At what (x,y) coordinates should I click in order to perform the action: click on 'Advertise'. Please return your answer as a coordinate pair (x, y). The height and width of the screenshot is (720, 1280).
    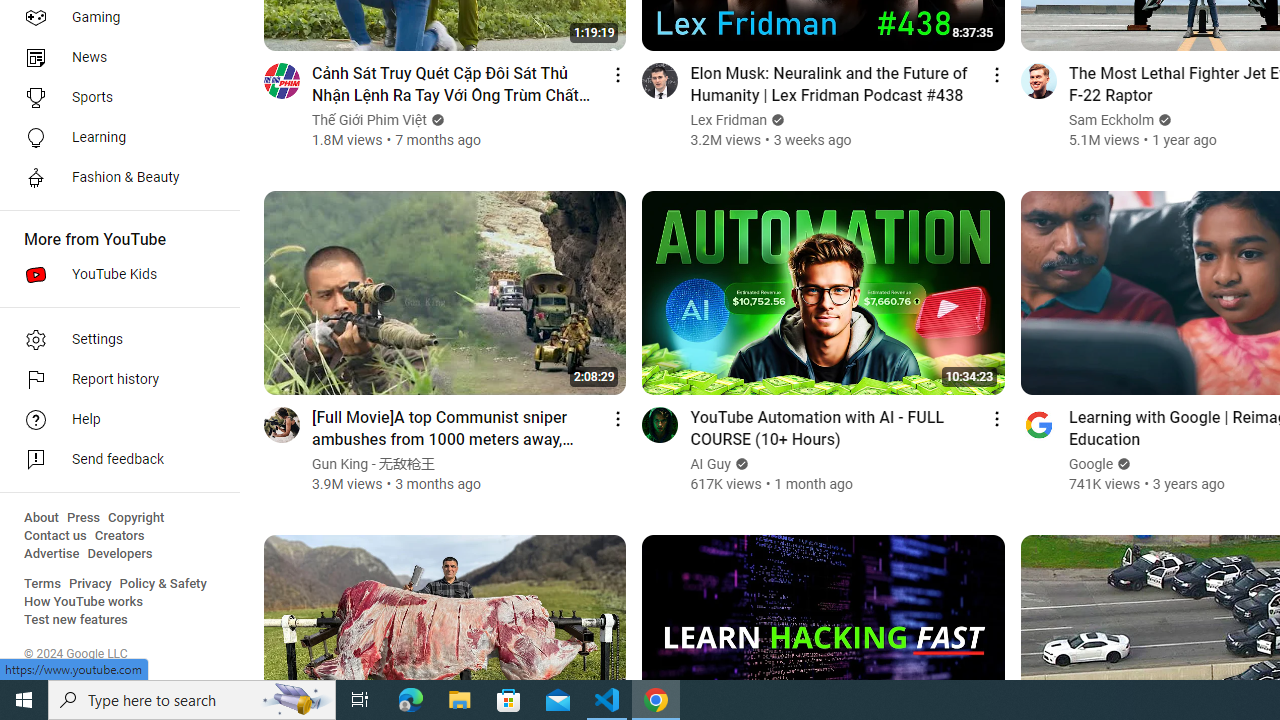
    Looking at the image, I should click on (51, 554).